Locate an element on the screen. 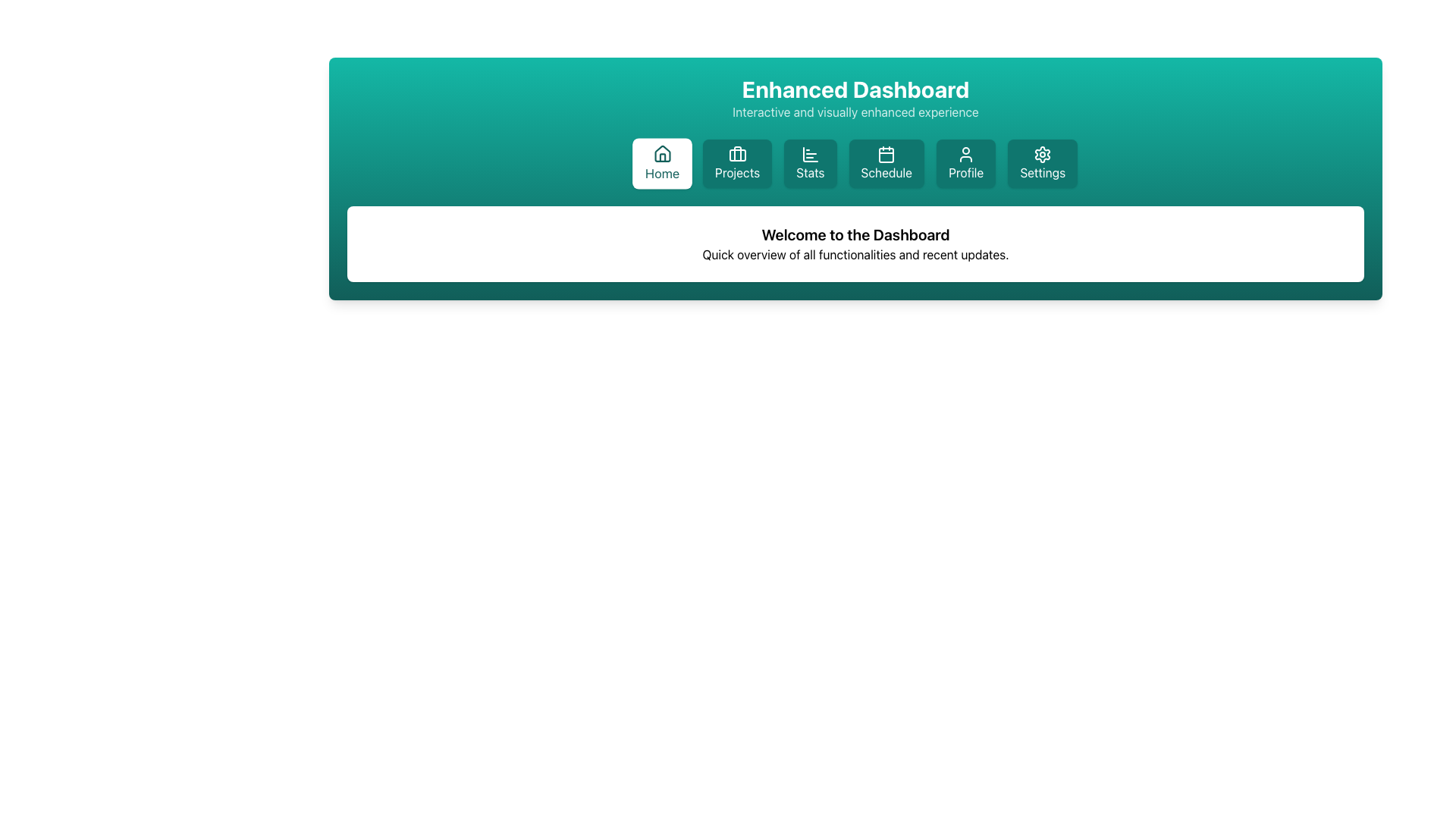 This screenshot has width=1456, height=819. the 'Stats' button, which is the third button from the left in a horizontal series of six buttons is located at coordinates (809, 164).